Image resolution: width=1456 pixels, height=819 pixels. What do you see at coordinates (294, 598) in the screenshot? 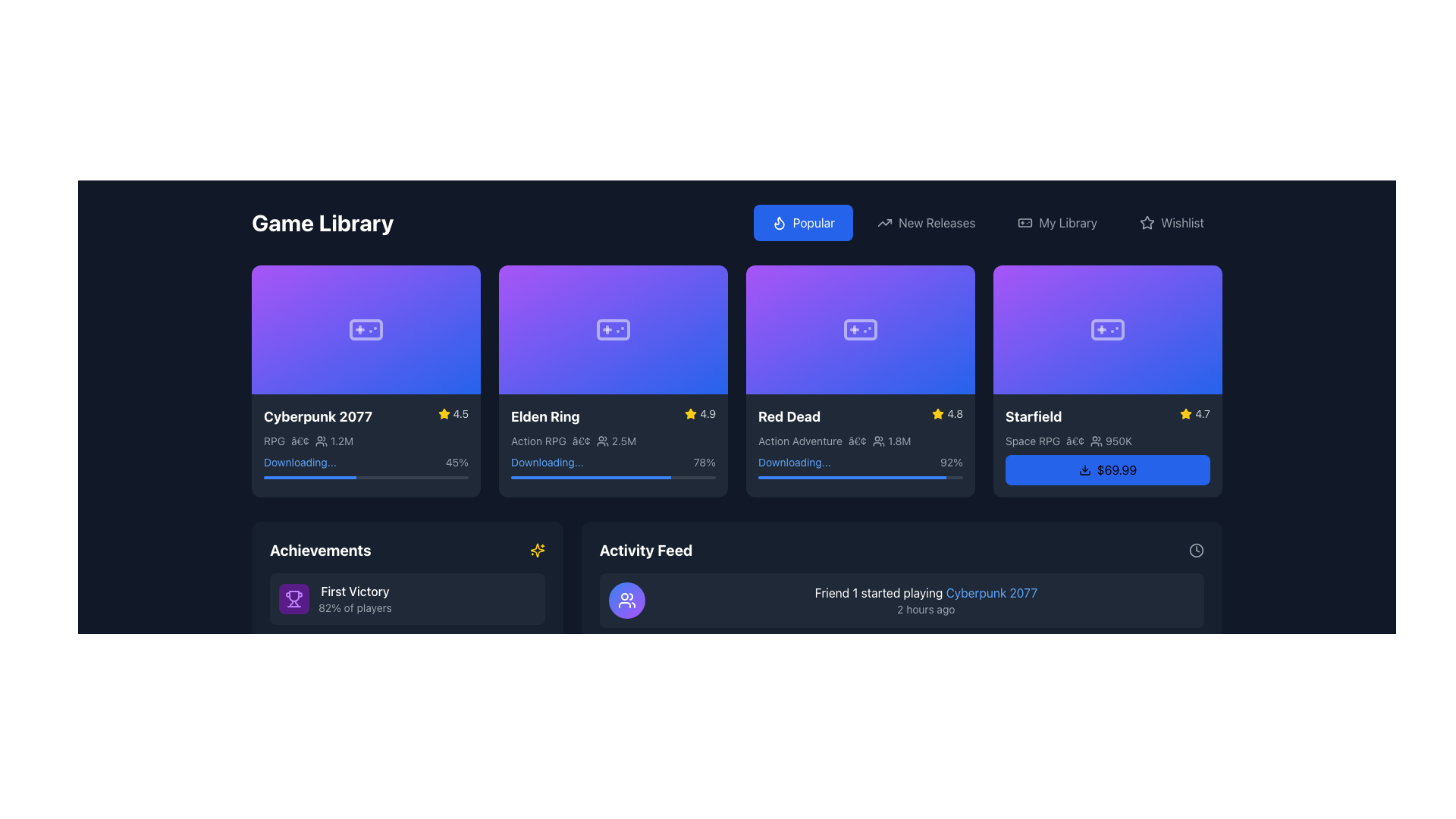
I see `the achievement icon located in the 'Achievements' section, which is a decorative symbol with a purple background, centrally aligned above the achievement text` at bounding box center [294, 598].